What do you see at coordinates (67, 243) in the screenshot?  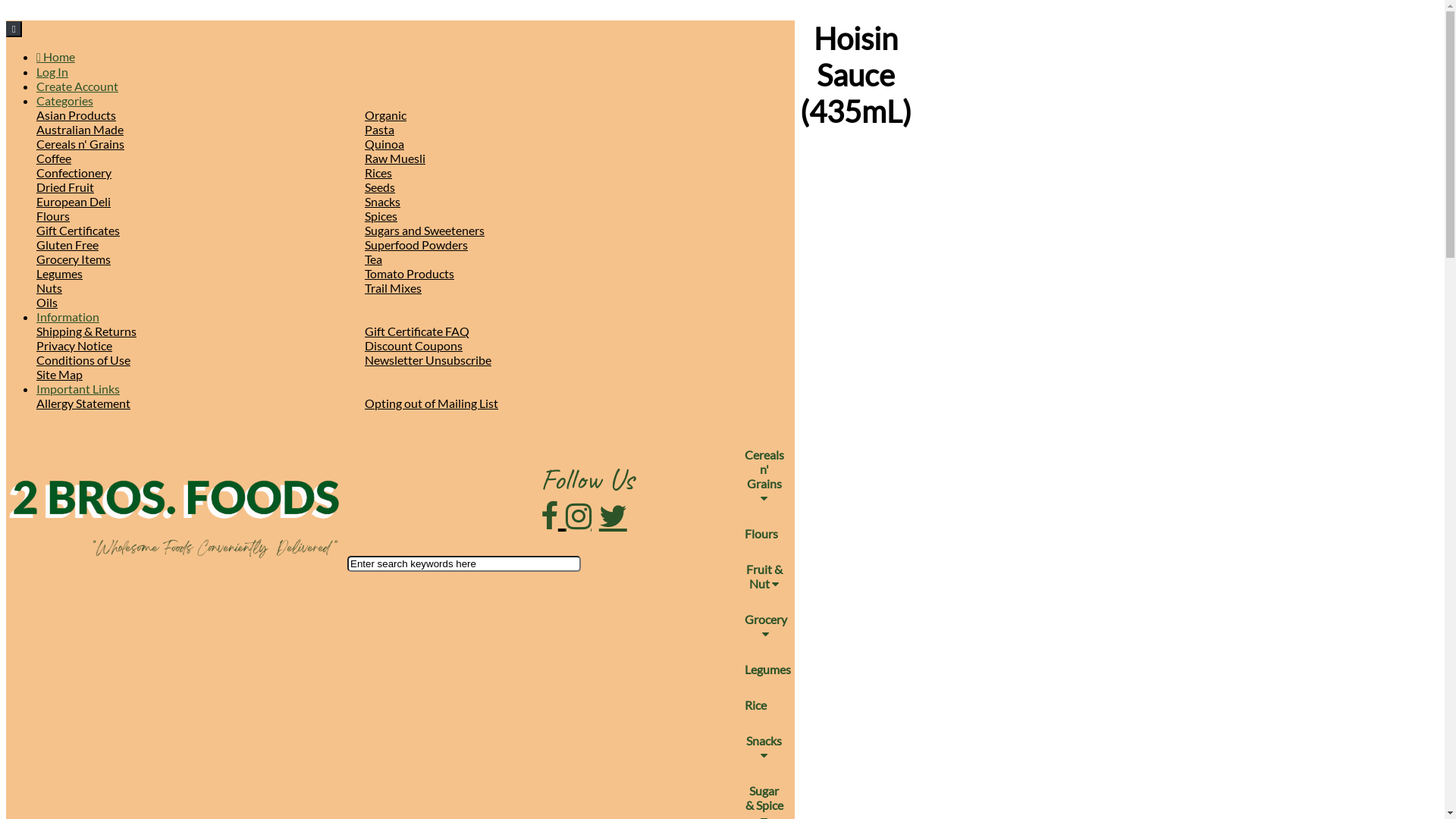 I see `'Gluten Free'` at bounding box center [67, 243].